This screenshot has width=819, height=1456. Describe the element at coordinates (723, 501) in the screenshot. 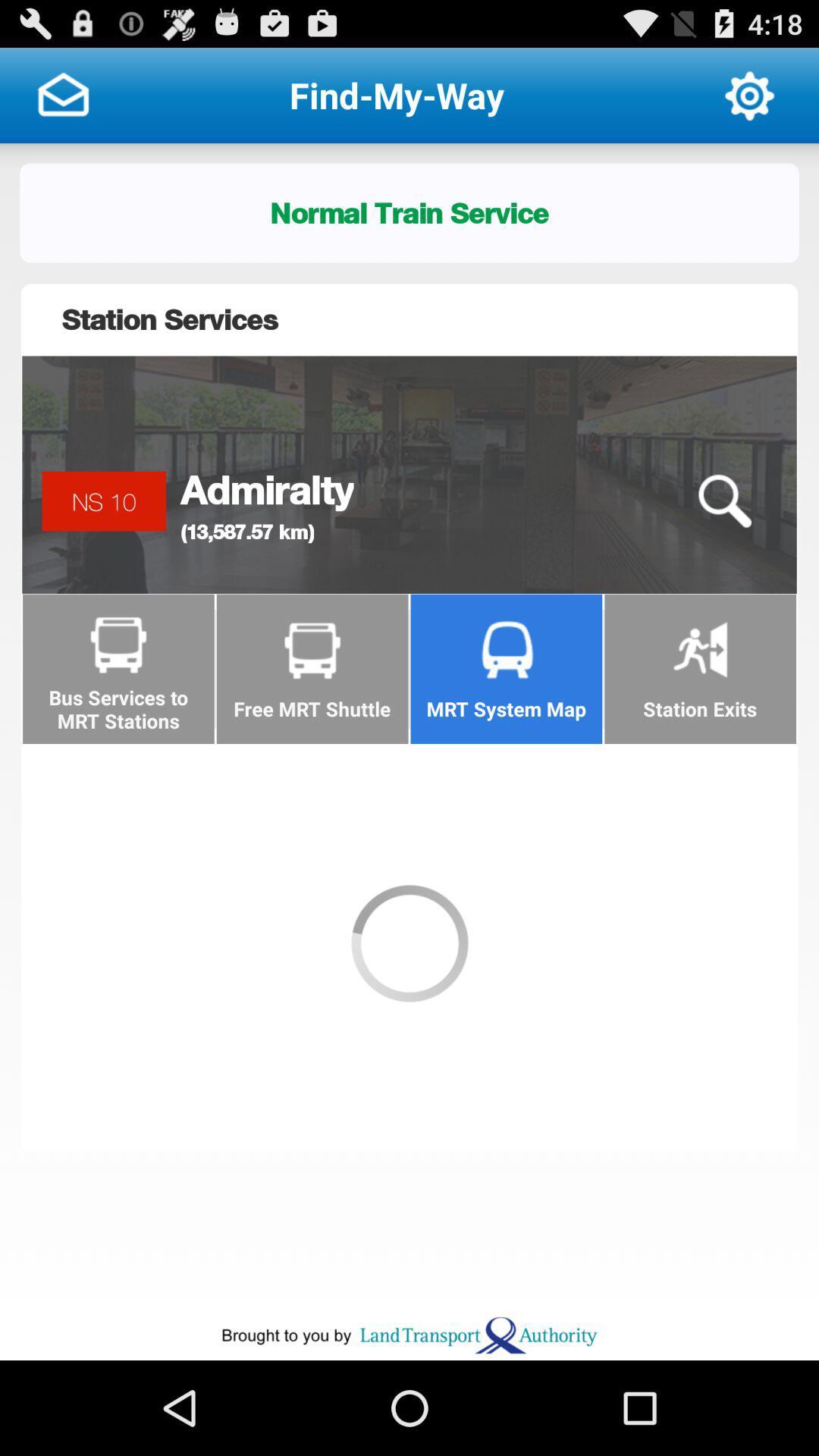

I see `zoom option` at that location.